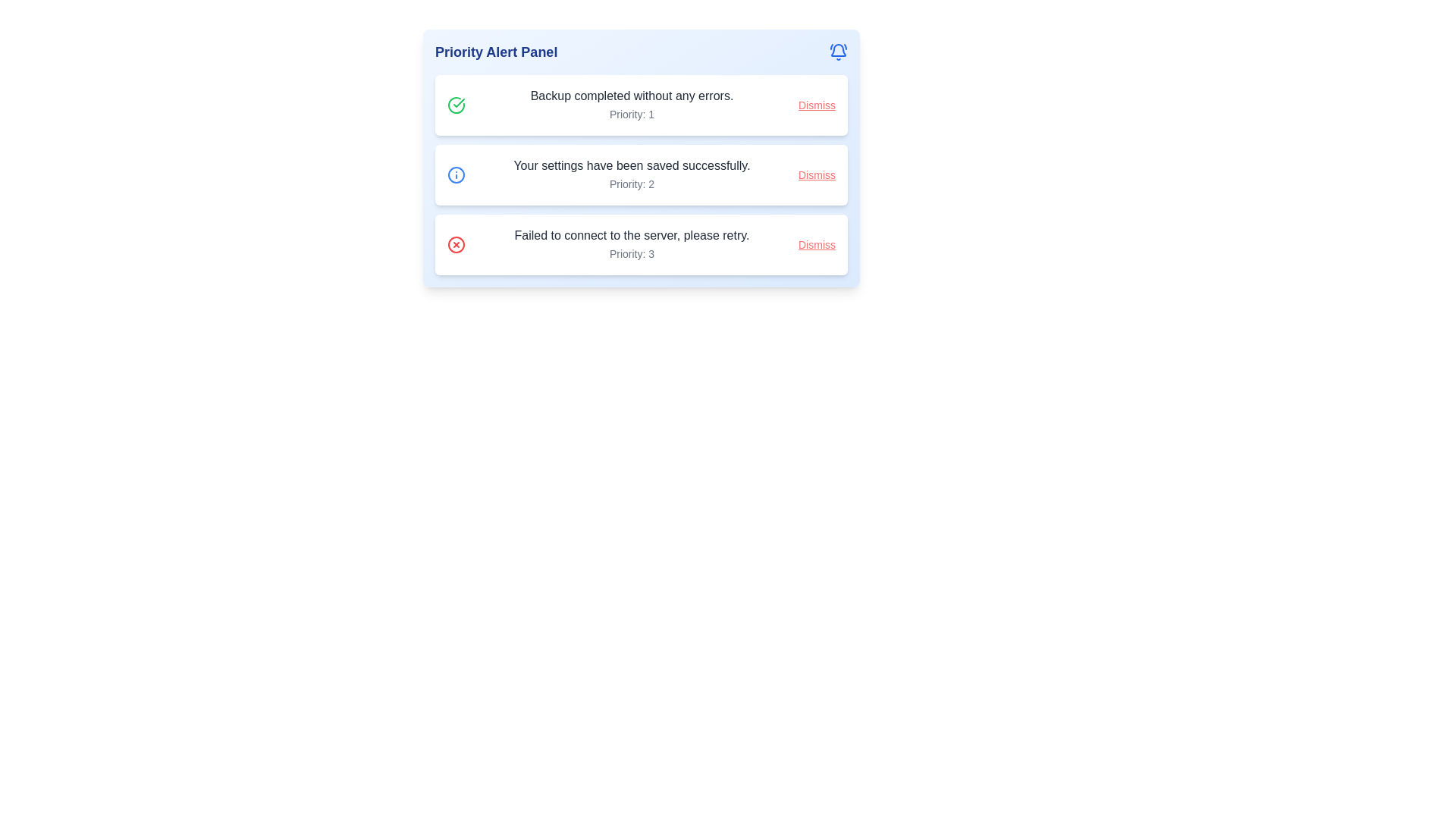 The height and width of the screenshot is (819, 1456). I want to click on the success icon within the 'Priority Alert Panel' that indicates 'Backup completed without any errors.', so click(458, 102).